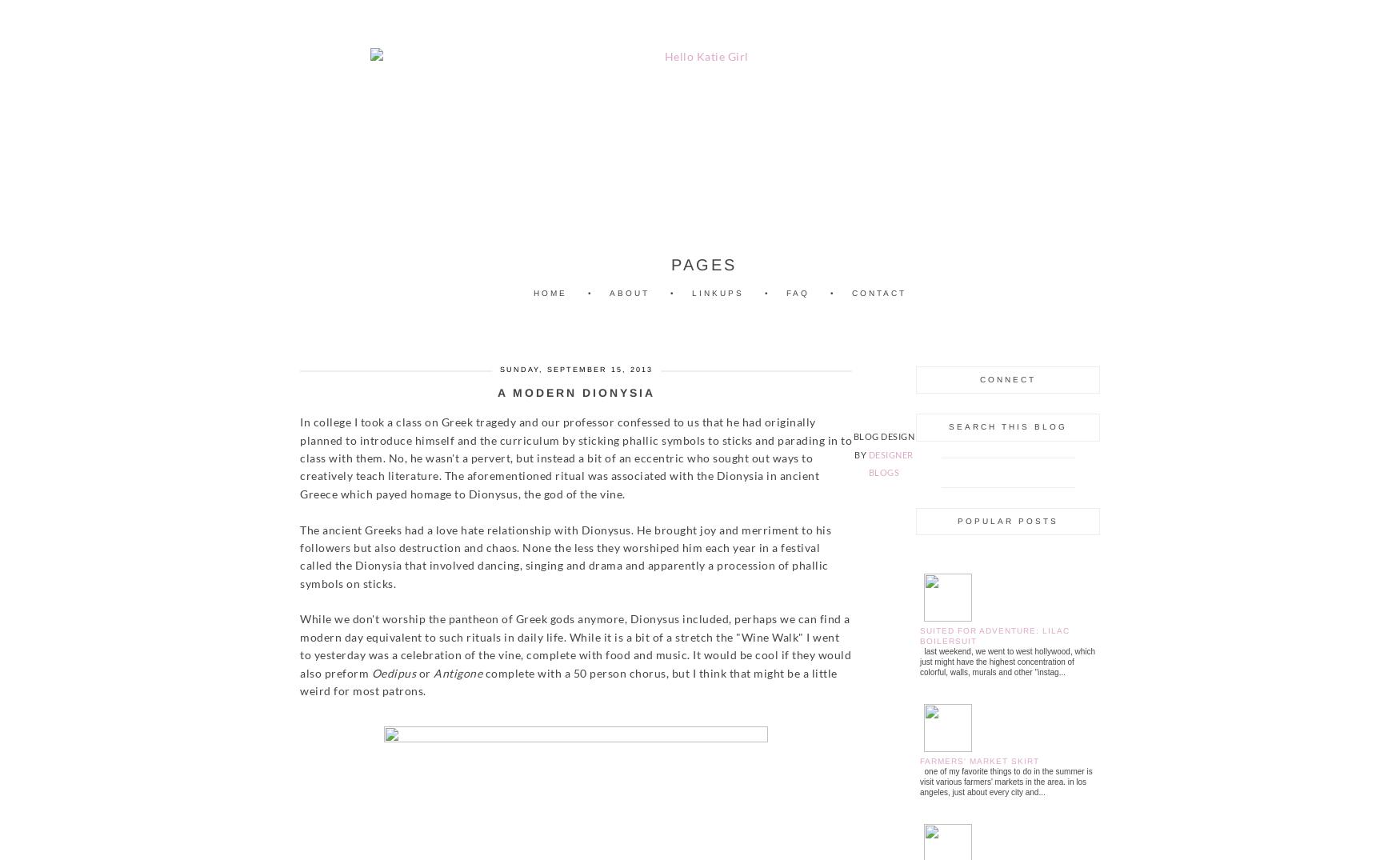 Image resolution: width=1400 pixels, height=860 pixels. Describe the element at coordinates (608, 293) in the screenshot. I see `'About'` at that location.